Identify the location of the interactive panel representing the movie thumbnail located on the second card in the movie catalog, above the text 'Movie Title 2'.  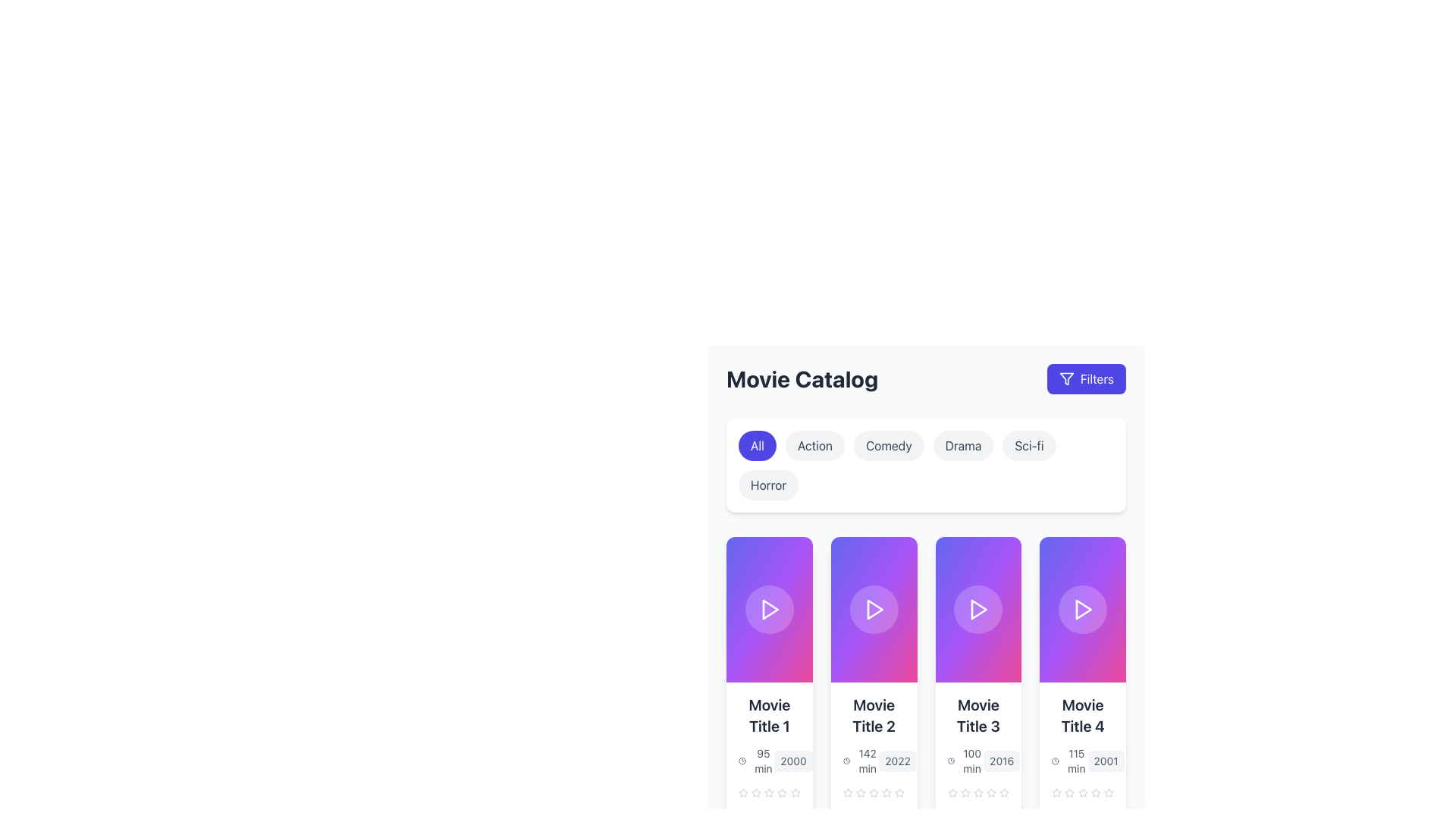
(874, 608).